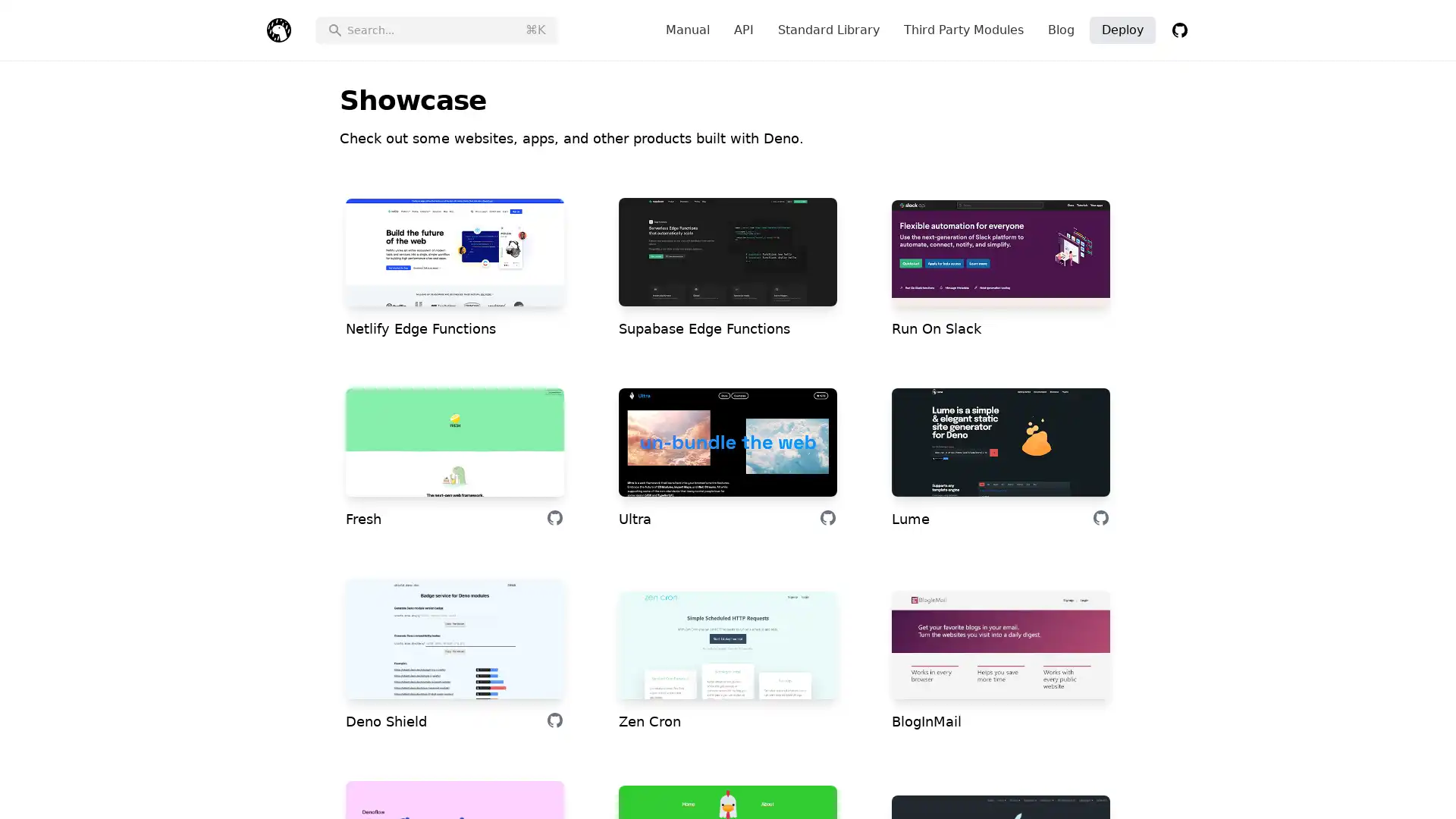 This screenshot has height=819, width=1456. What do you see at coordinates (436, 30) in the screenshot?
I see `Search... K` at bounding box center [436, 30].